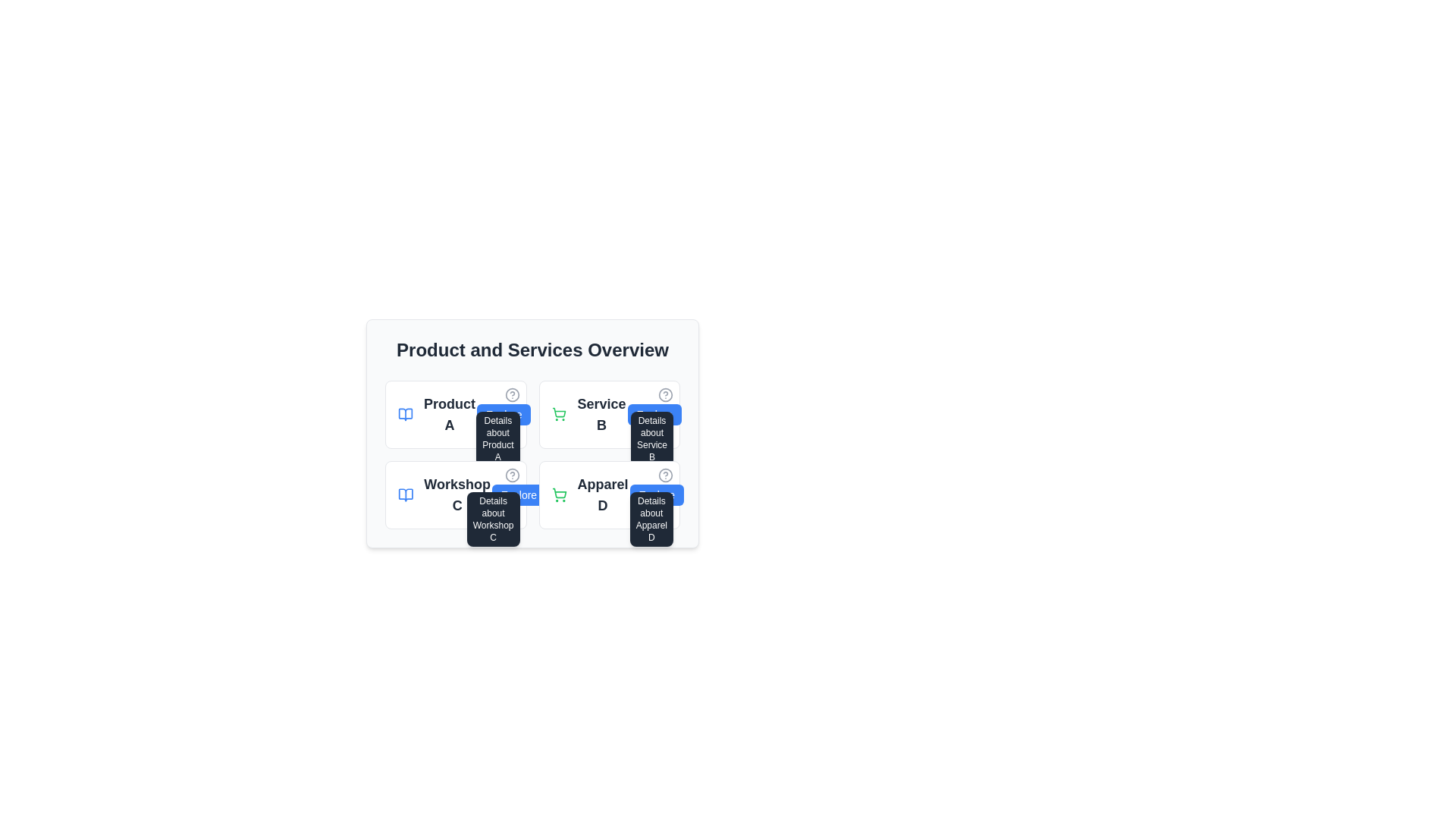  Describe the element at coordinates (444, 494) in the screenshot. I see `the text label that identifies 'Workshop C', which is located in the second row of the grid layout, adjacent to a blue book icon and above the 'Explore' button` at that location.